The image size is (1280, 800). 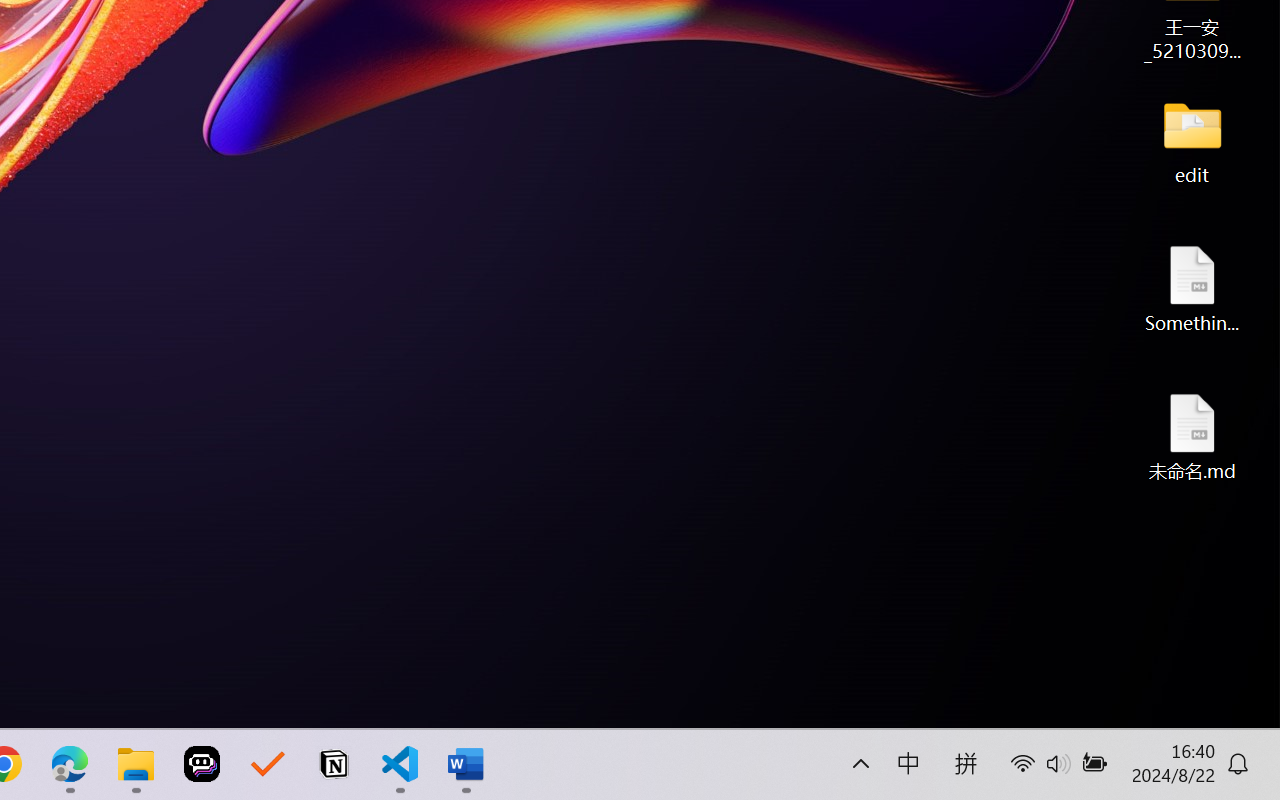 What do you see at coordinates (334, 764) in the screenshot?
I see `'Notion'` at bounding box center [334, 764].